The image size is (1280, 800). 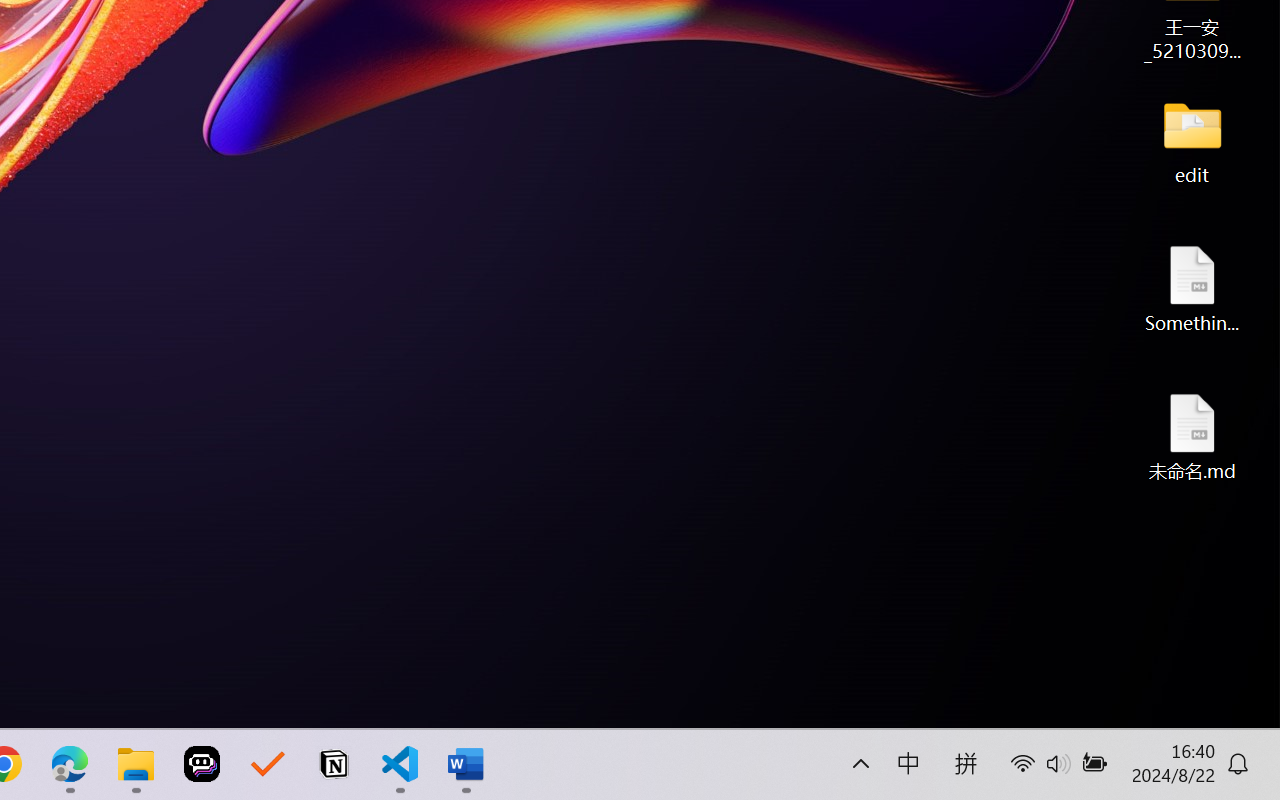 What do you see at coordinates (334, 764) in the screenshot?
I see `'Notion'` at bounding box center [334, 764].